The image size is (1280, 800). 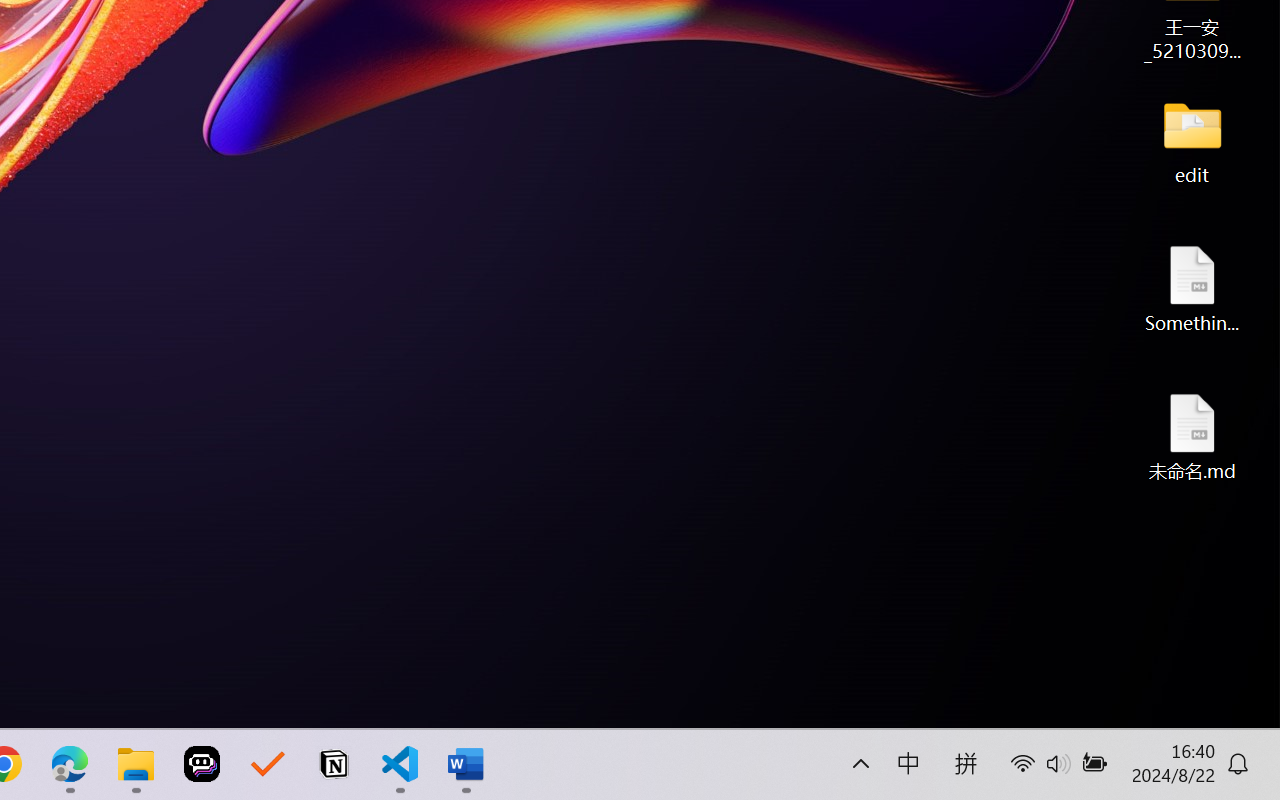 What do you see at coordinates (334, 764) in the screenshot?
I see `'Notion'` at bounding box center [334, 764].